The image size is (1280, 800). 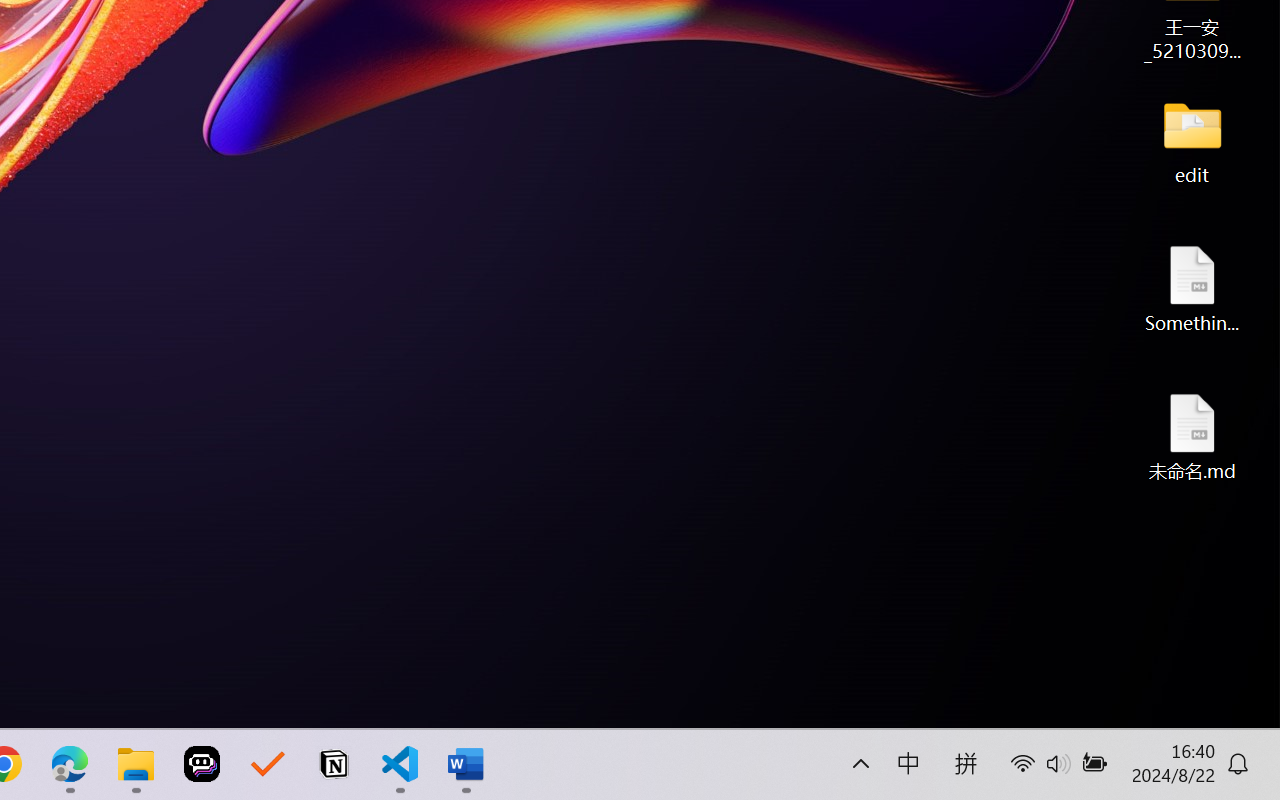 What do you see at coordinates (334, 764) in the screenshot?
I see `'Notion'` at bounding box center [334, 764].